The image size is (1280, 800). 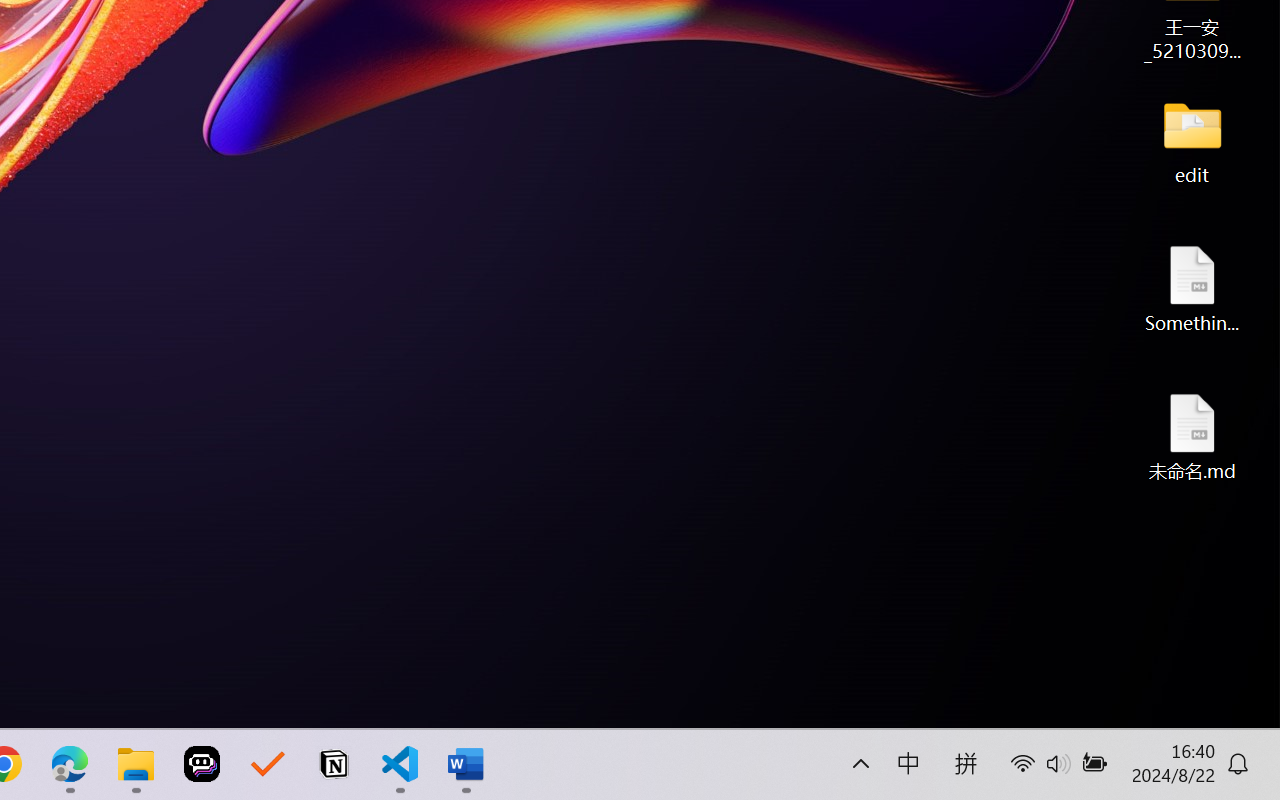 What do you see at coordinates (334, 764) in the screenshot?
I see `'Notion'` at bounding box center [334, 764].